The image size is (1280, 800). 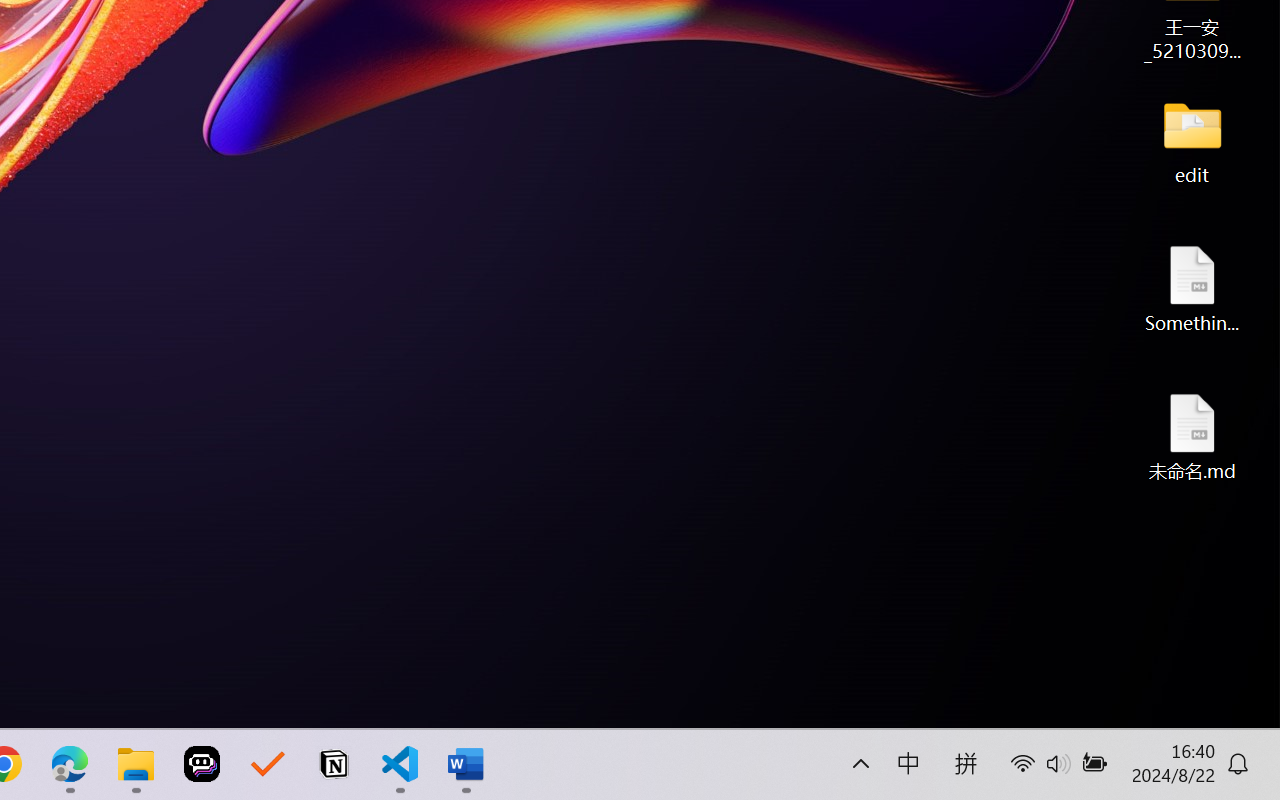 What do you see at coordinates (334, 764) in the screenshot?
I see `'Notion'` at bounding box center [334, 764].